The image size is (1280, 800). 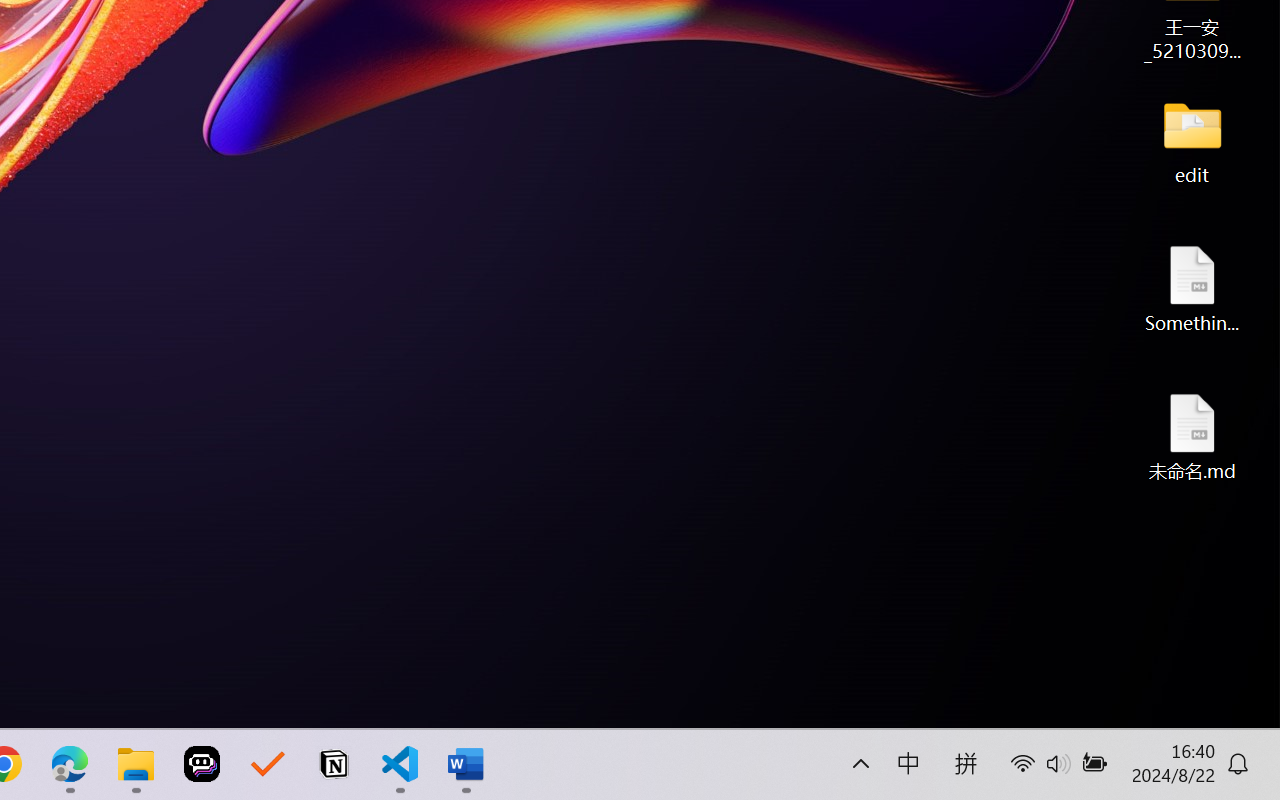 What do you see at coordinates (334, 764) in the screenshot?
I see `'Notion'` at bounding box center [334, 764].